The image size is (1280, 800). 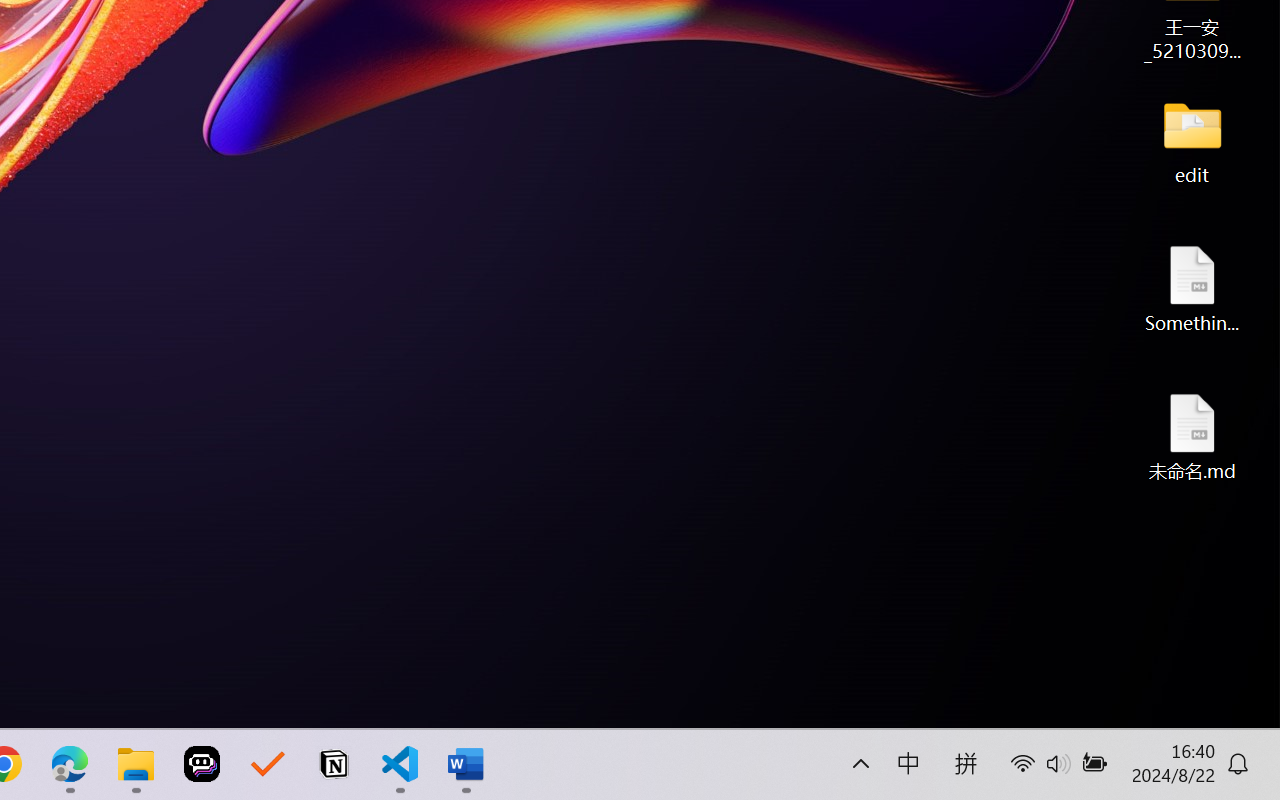 What do you see at coordinates (334, 764) in the screenshot?
I see `'Notion'` at bounding box center [334, 764].